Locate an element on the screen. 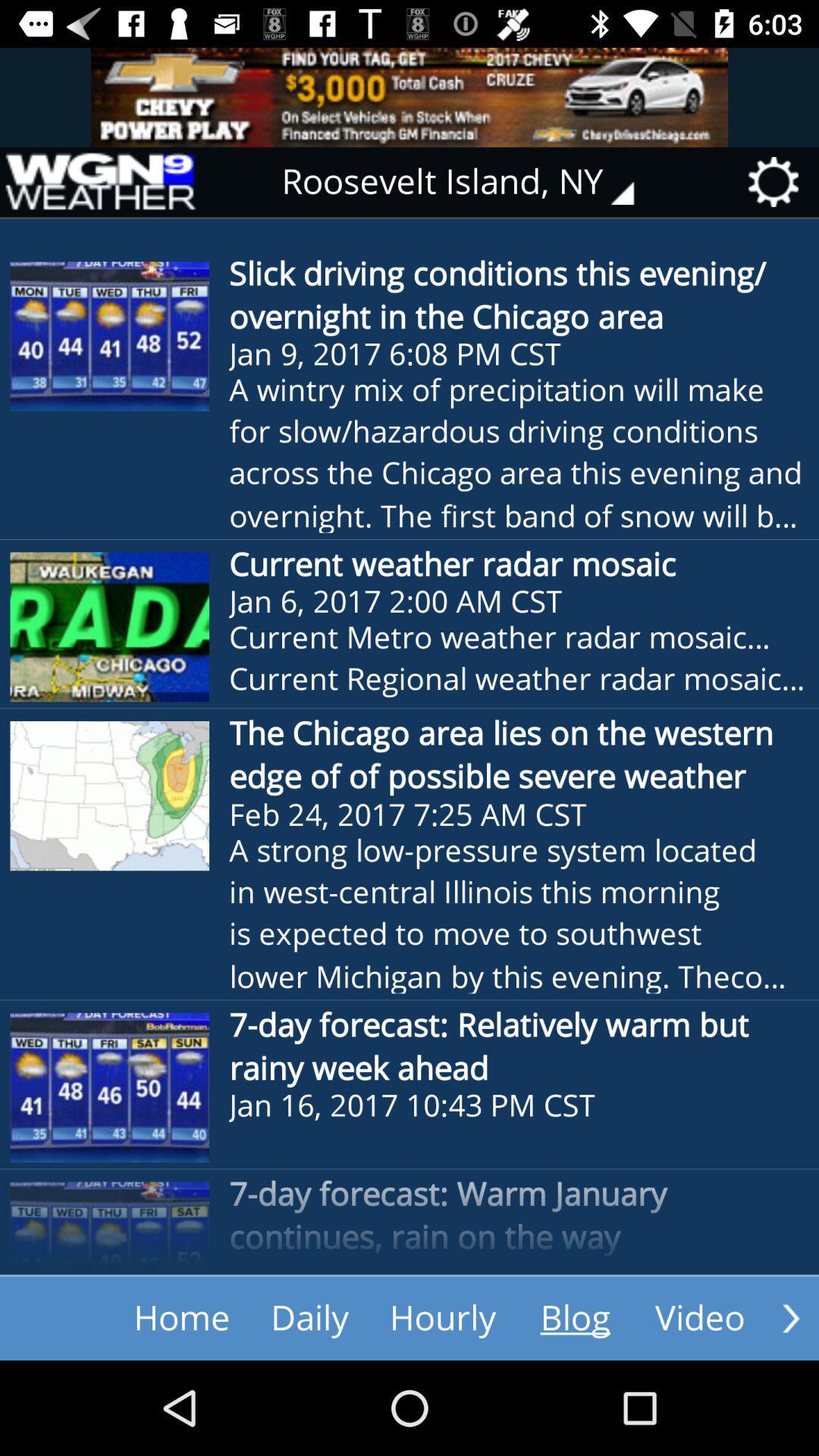 The height and width of the screenshot is (1456, 819). the arrow_forward icon is located at coordinates (790, 1317).